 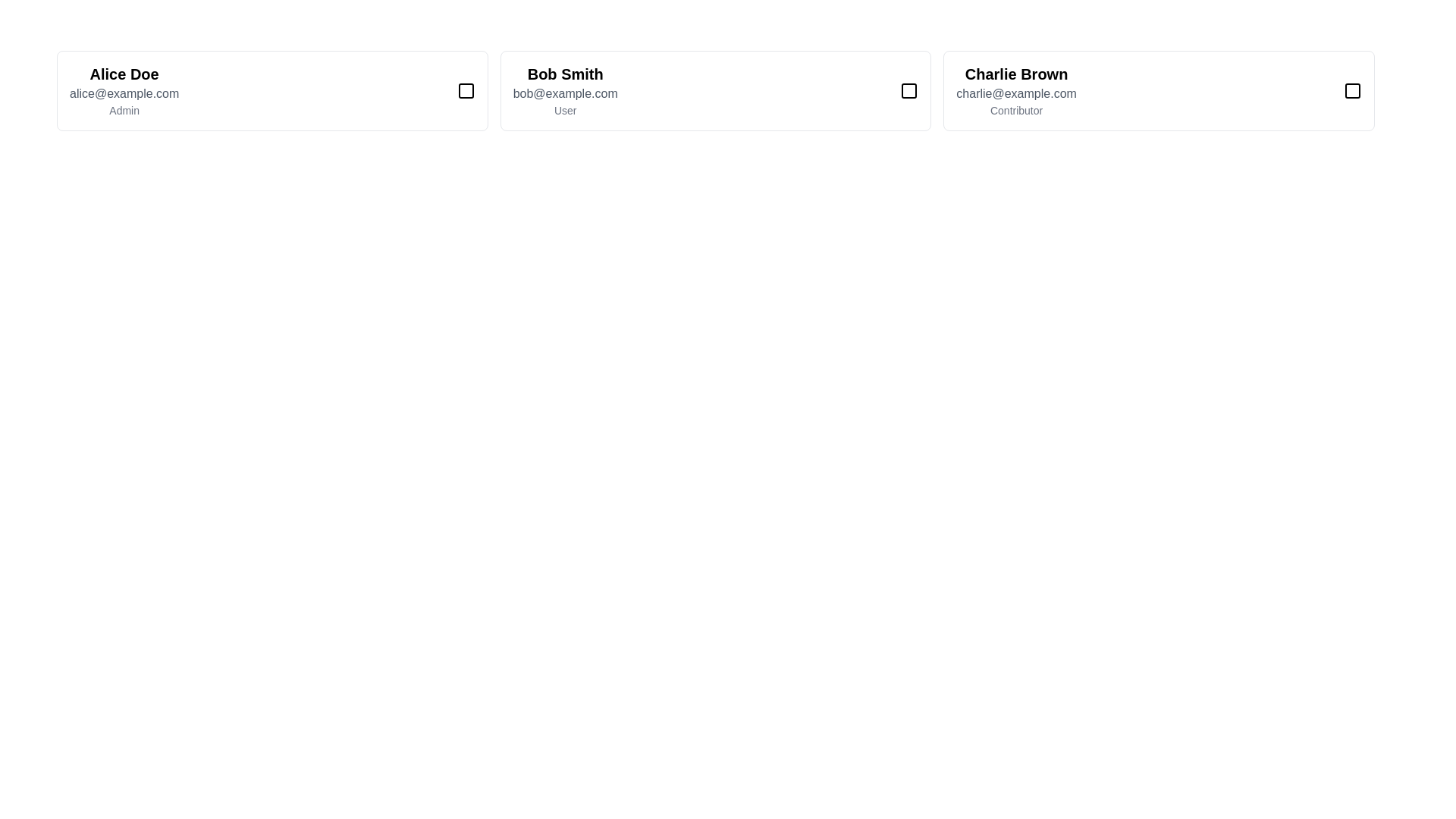 I want to click on the small square-shaped button with a hollow outline located in the top-right corner of the card containing 'Bob Smith' and 'bob@example.com', so click(x=909, y=90).